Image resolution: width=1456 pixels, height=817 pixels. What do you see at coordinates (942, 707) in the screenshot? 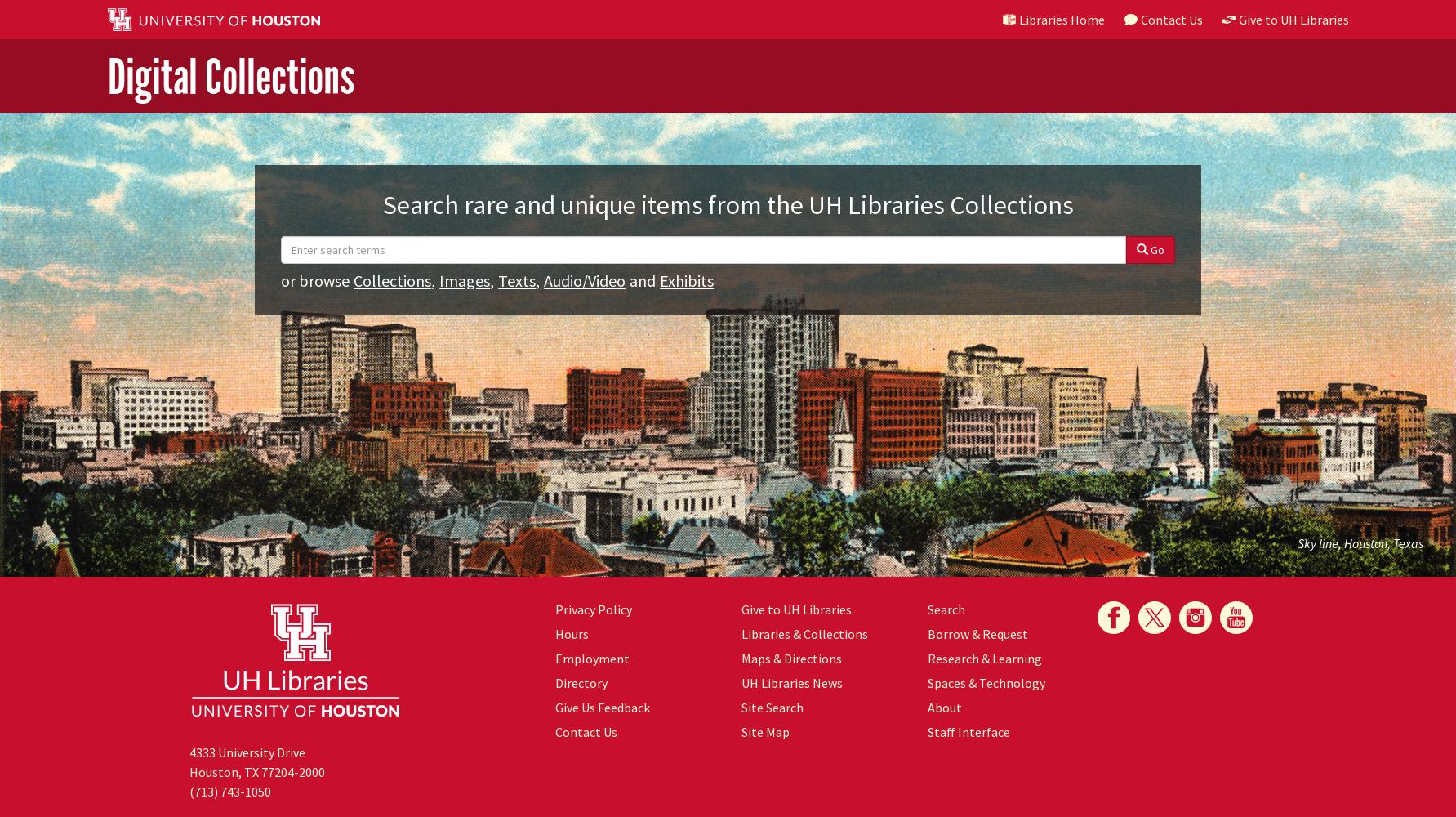
I see `'About'` at bounding box center [942, 707].